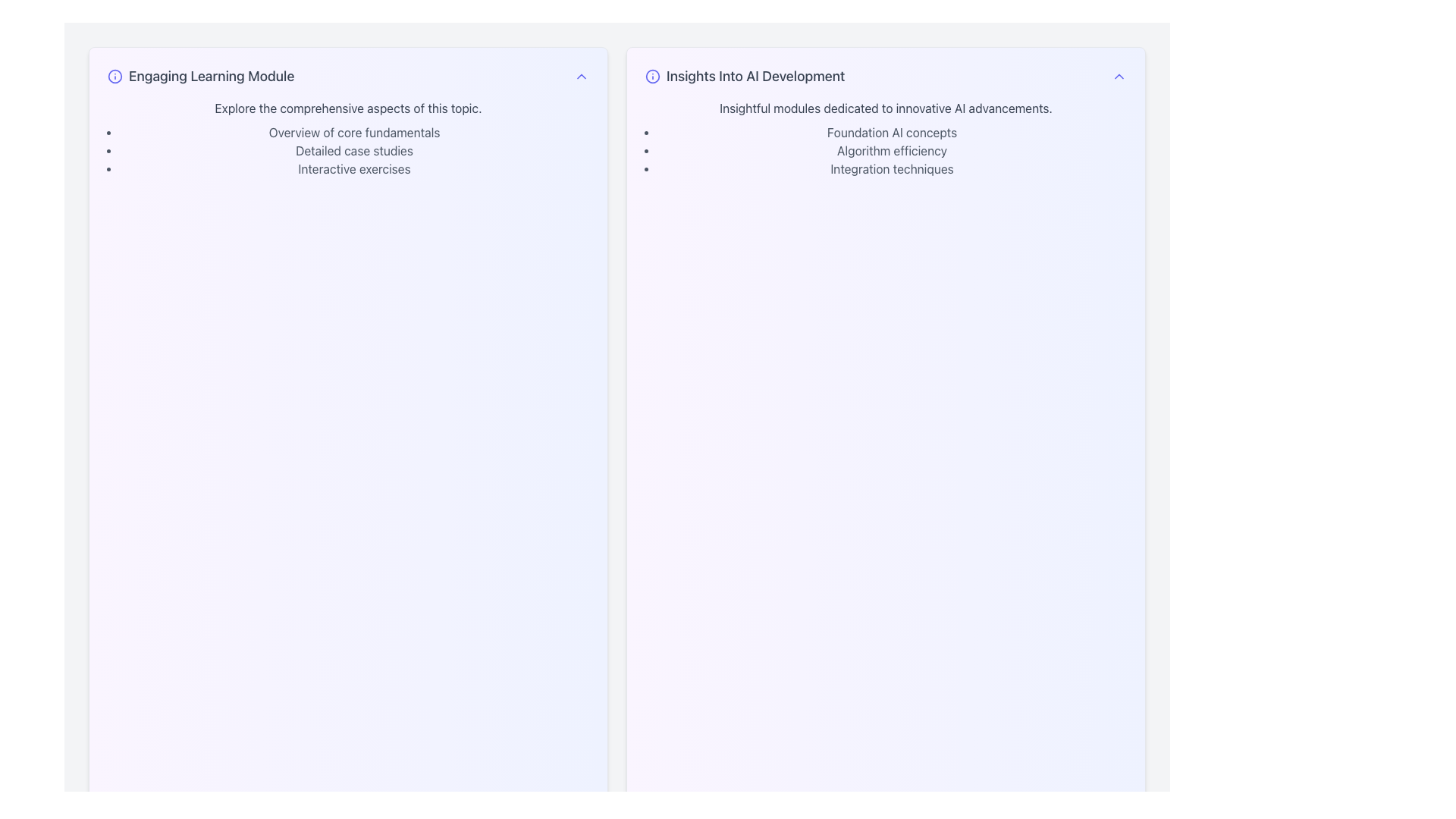  Describe the element at coordinates (892, 151) in the screenshot. I see `the bullet point list of topics related to AI advancements, positioned below the text 'Insightful modules dedicated to innovative AI advancements.' in the right column` at that location.